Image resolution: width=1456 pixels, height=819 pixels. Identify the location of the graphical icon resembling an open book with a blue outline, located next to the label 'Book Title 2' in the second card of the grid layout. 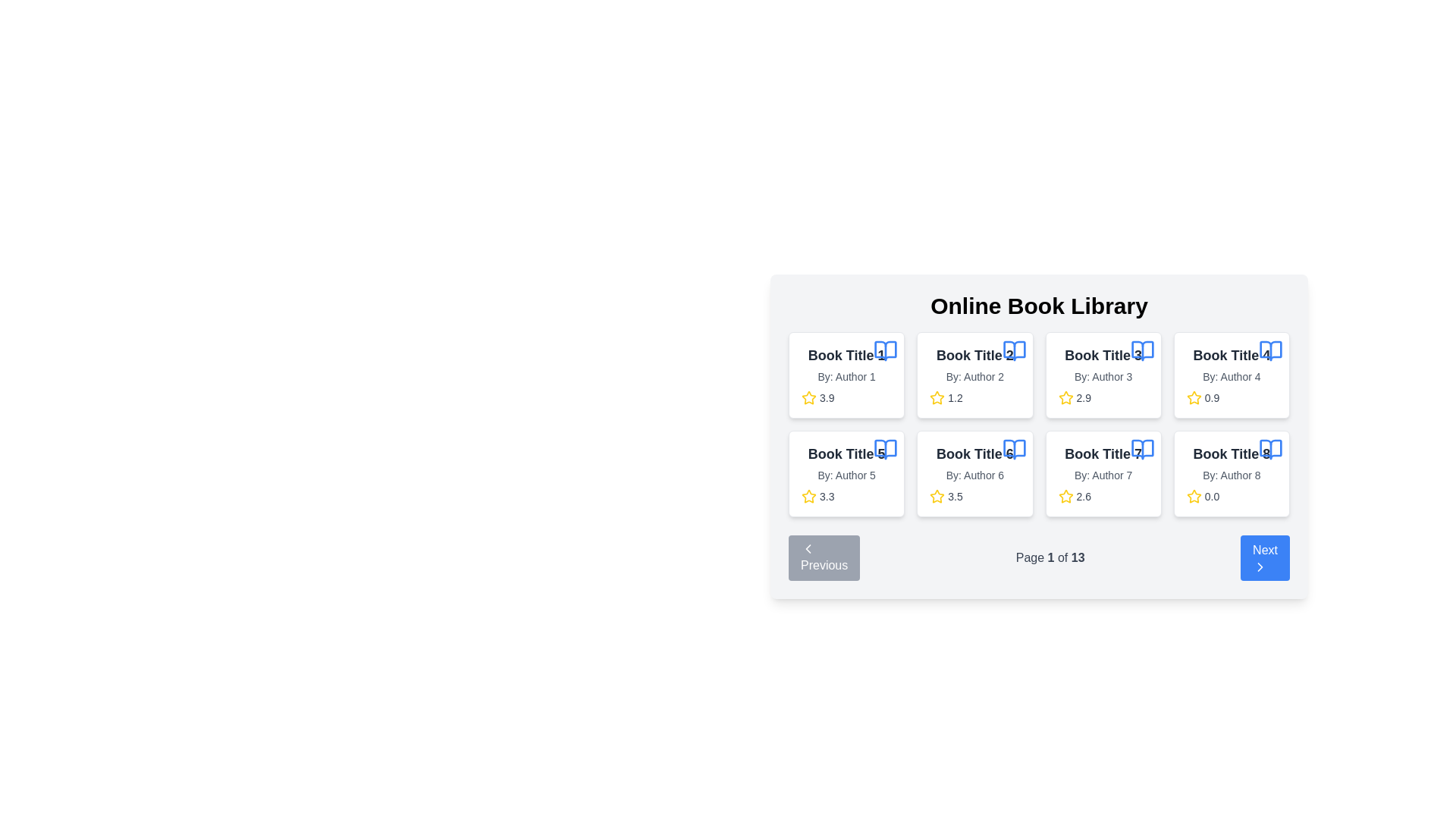
(1014, 350).